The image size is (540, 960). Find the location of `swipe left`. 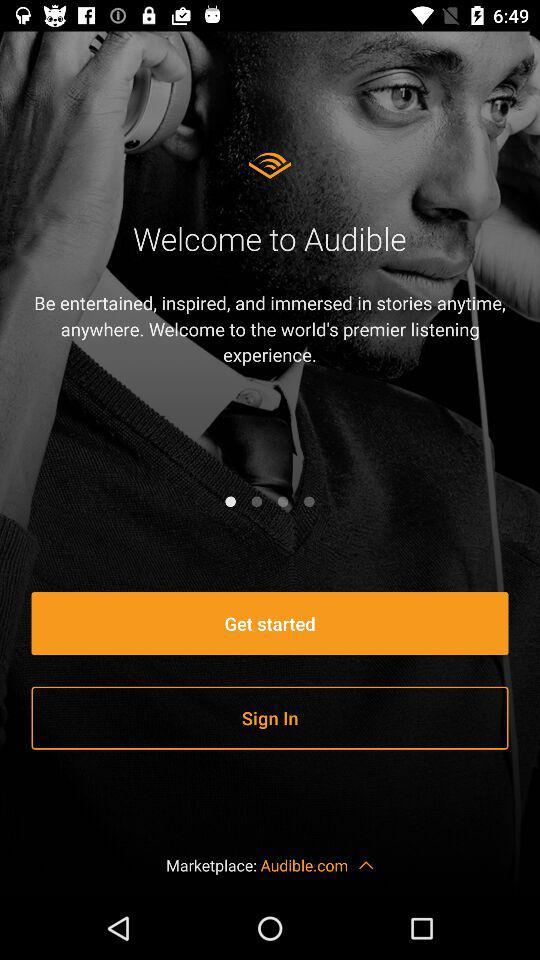

swipe left is located at coordinates (256, 500).